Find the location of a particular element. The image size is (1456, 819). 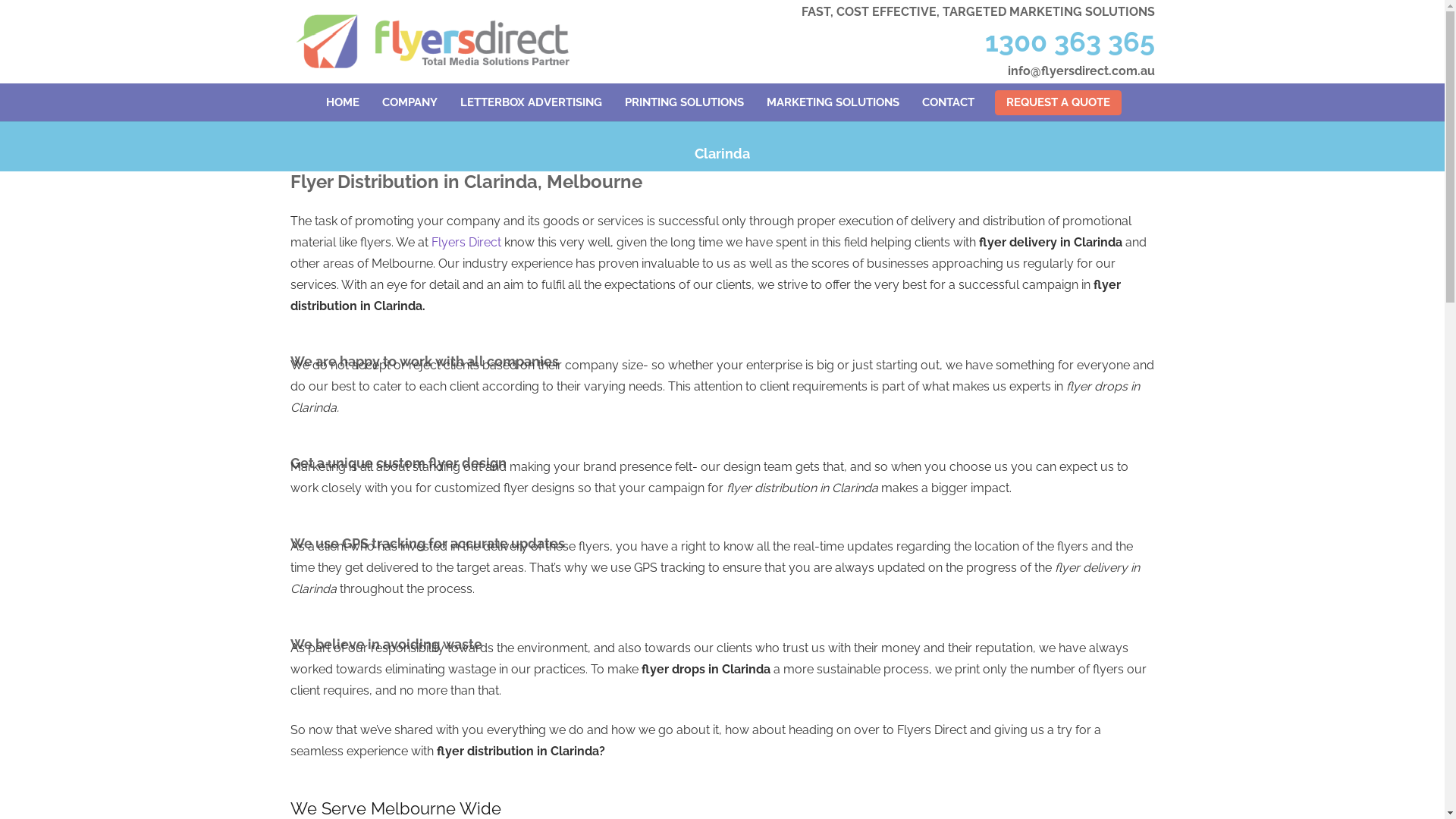

'LETTERBOX ADVERTISING' is located at coordinates (531, 102).